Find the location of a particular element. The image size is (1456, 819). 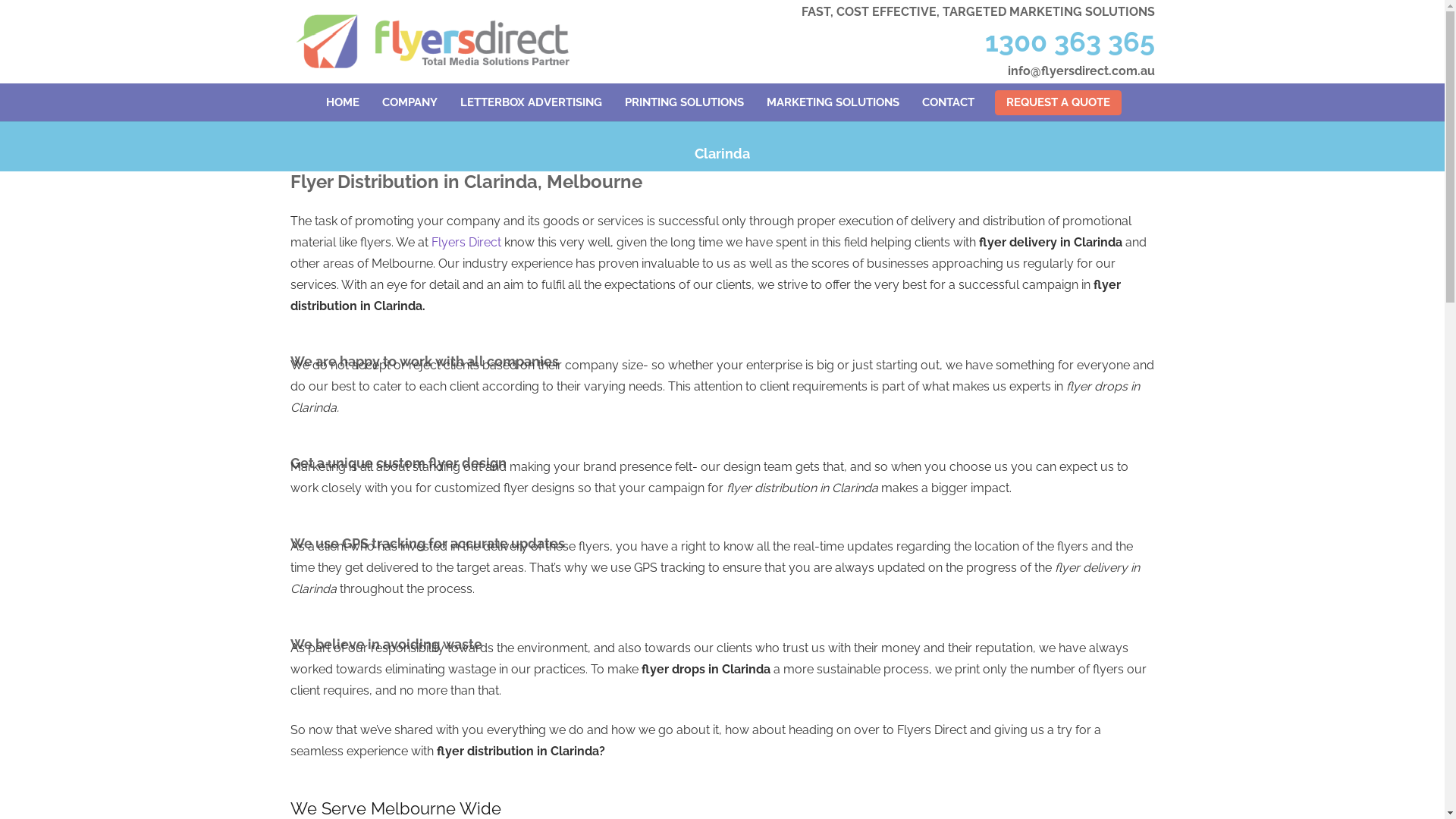

'LETTERBOX ADVERTISING' is located at coordinates (531, 102).